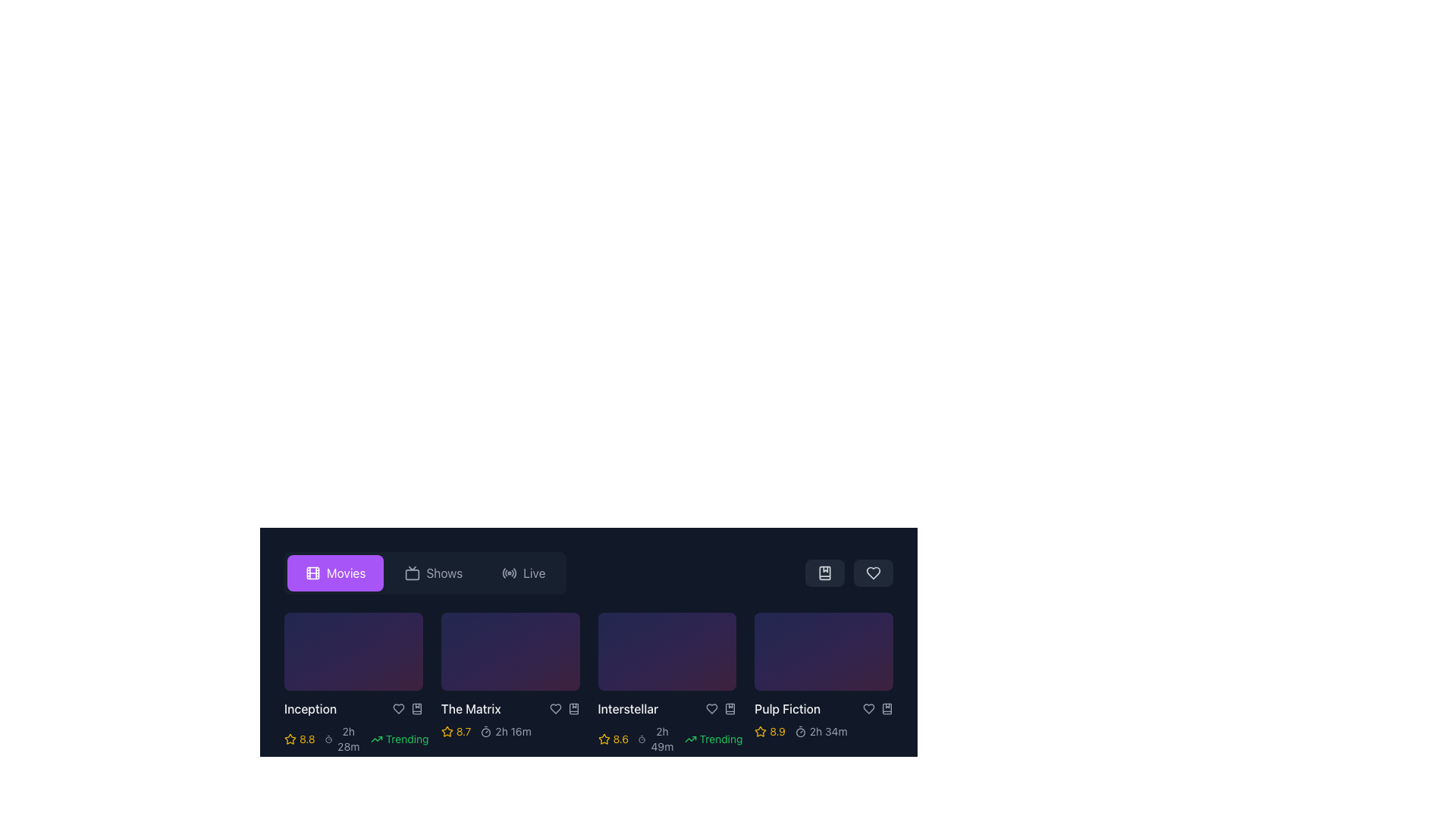 The width and height of the screenshot is (1456, 819). Describe the element at coordinates (510, 730) in the screenshot. I see `the static text displaying the runtime of the movie 'The Matrix', which is located below the title and rating within the movie entry` at that location.